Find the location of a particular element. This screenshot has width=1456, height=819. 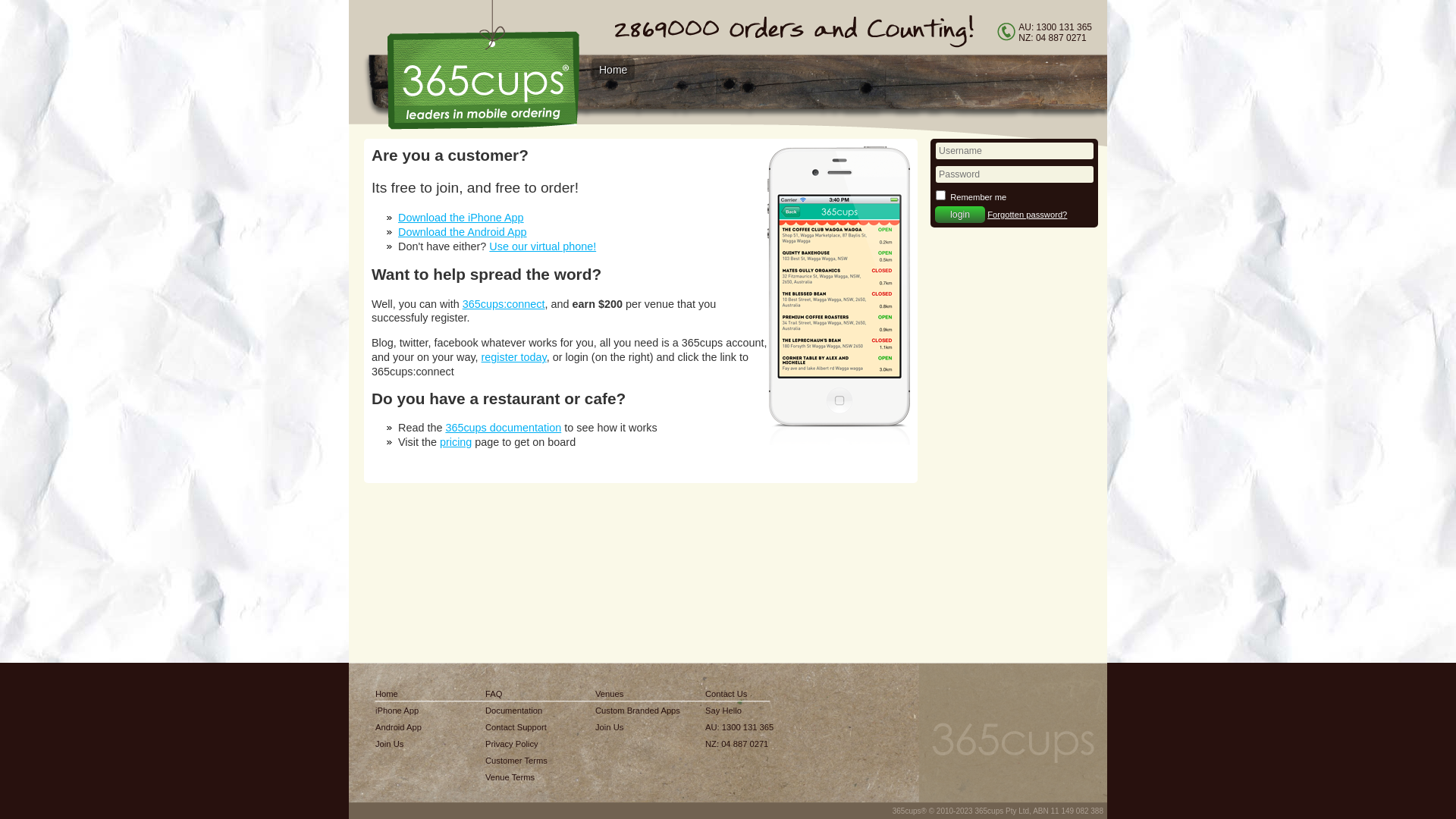

'Home' is located at coordinates (613, 69).